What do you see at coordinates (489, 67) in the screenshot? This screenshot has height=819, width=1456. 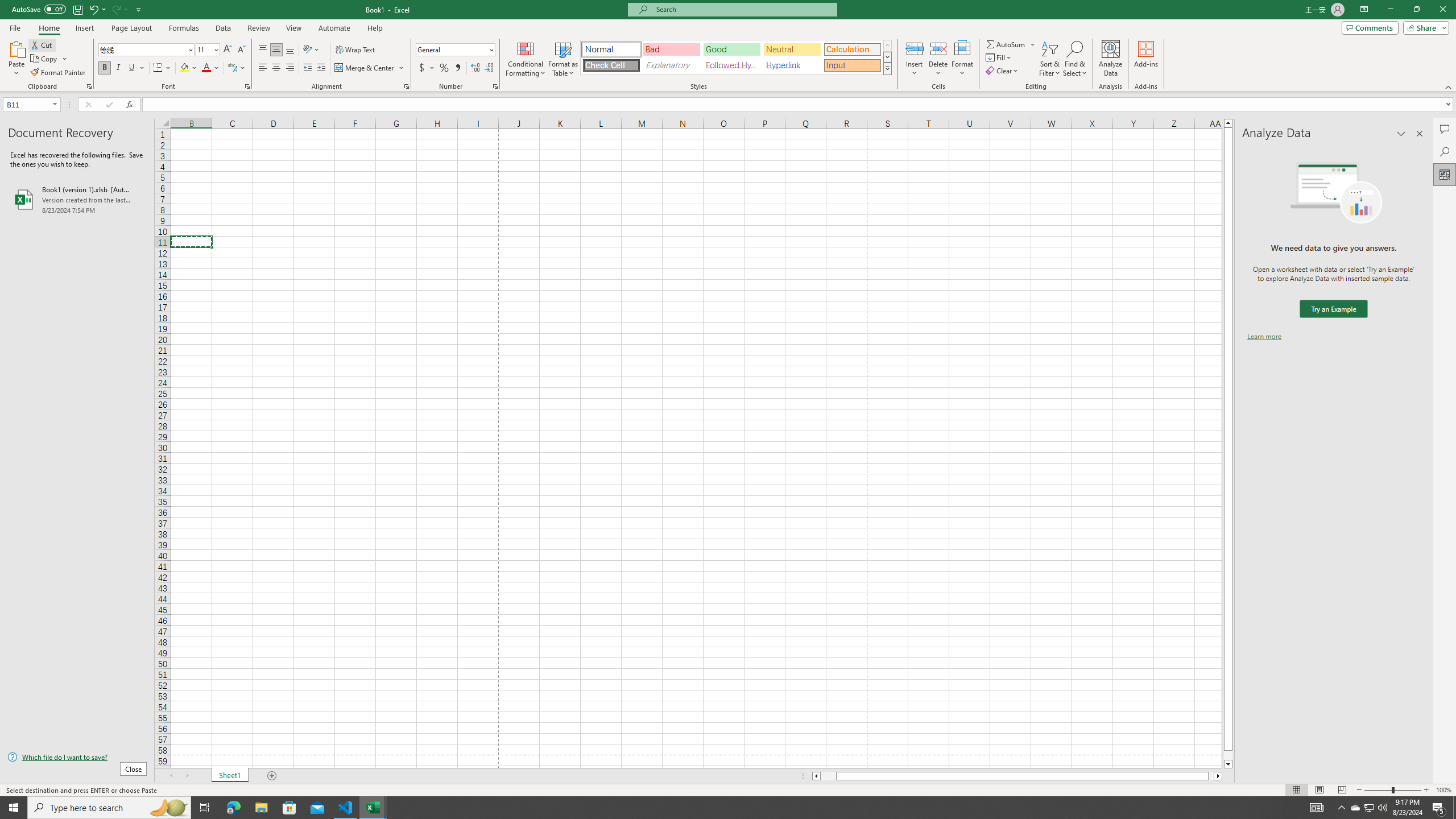 I see `'Decrease Decimal'` at bounding box center [489, 67].